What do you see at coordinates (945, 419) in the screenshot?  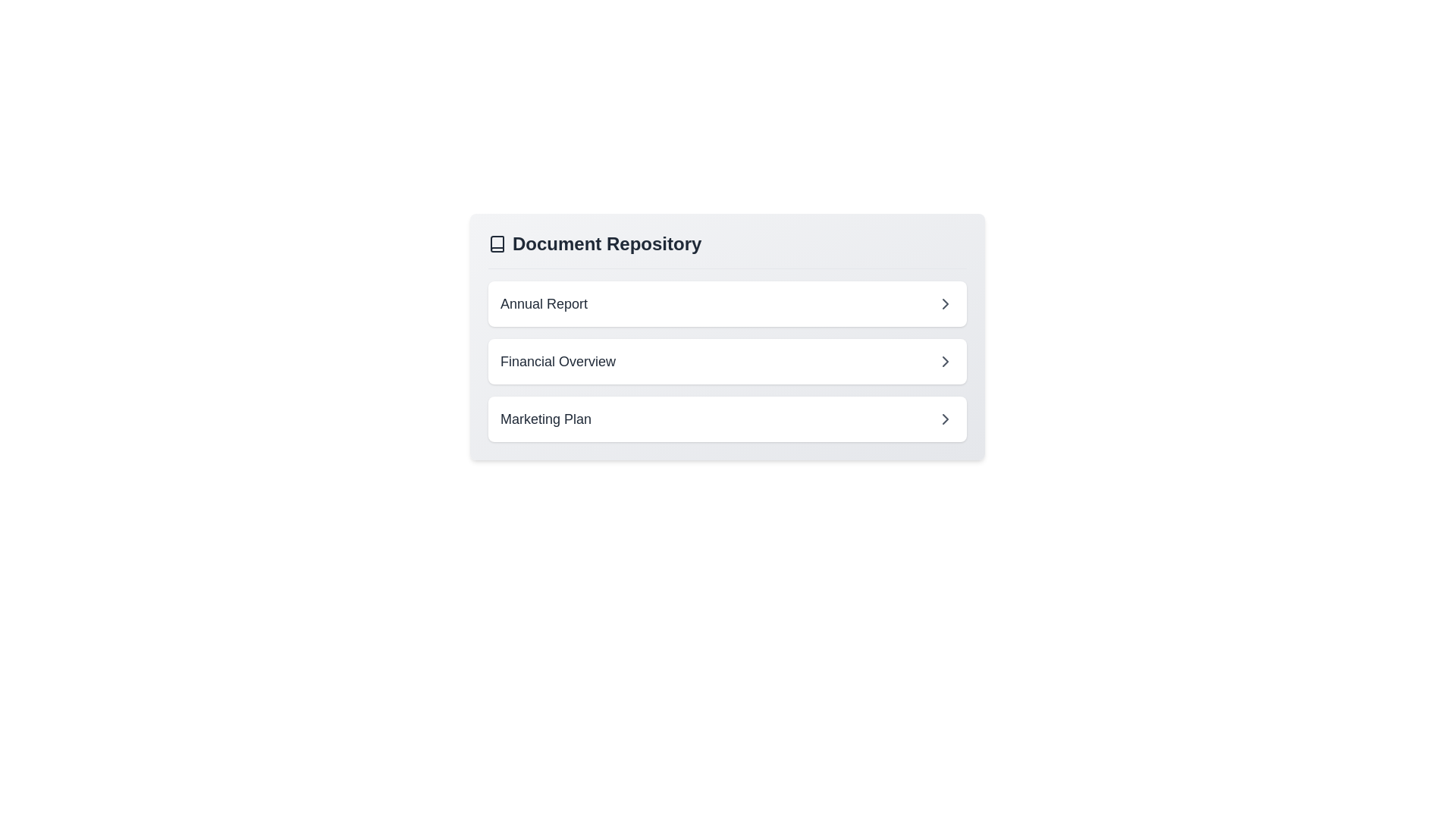 I see `the Chevron navigation indicator located to the far right of the 'Marketing Plan' list item in the 'Document Repository' section, which signifies that the entry is selectable` at bounding box center [945, 419].